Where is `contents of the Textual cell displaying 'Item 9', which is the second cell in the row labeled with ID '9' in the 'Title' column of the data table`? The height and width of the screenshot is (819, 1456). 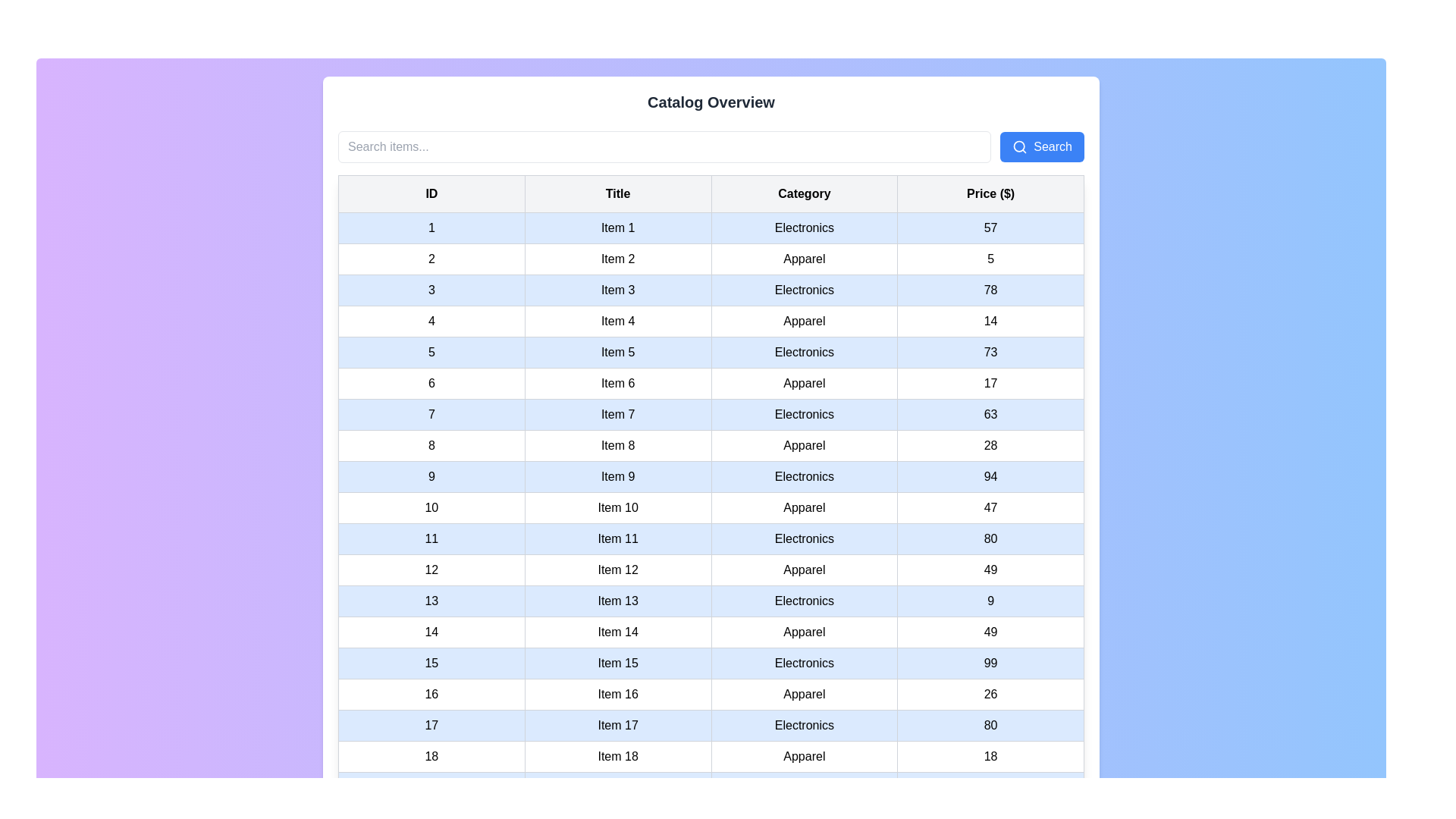 contents of the Textual cell displaying 'Item 9', which is the second cell in the row labeled with ID '9' in the 'Title' column of the data table is located at coordinates (618, 475).